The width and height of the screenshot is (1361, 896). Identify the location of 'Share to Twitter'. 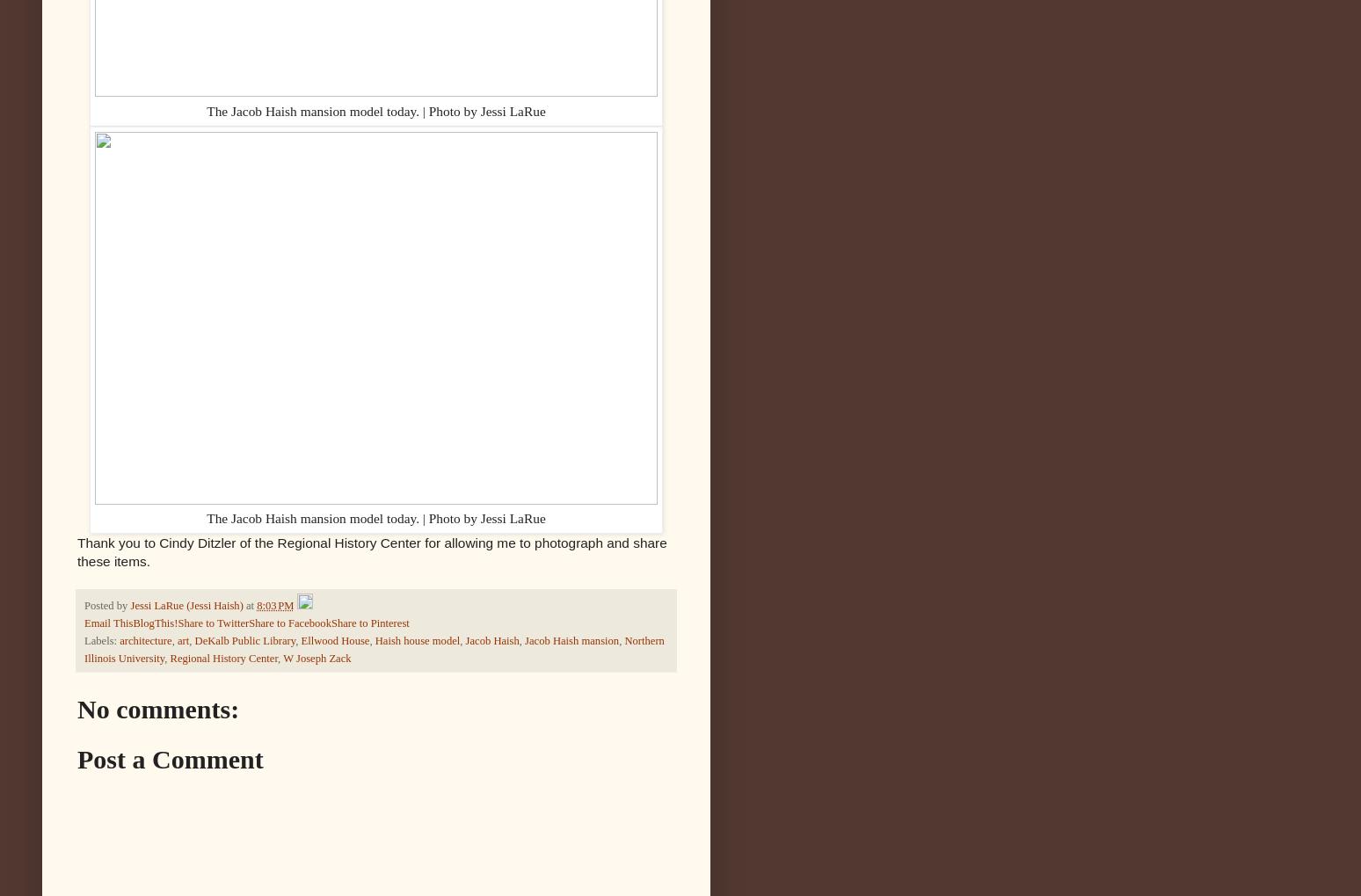
(177, 623).